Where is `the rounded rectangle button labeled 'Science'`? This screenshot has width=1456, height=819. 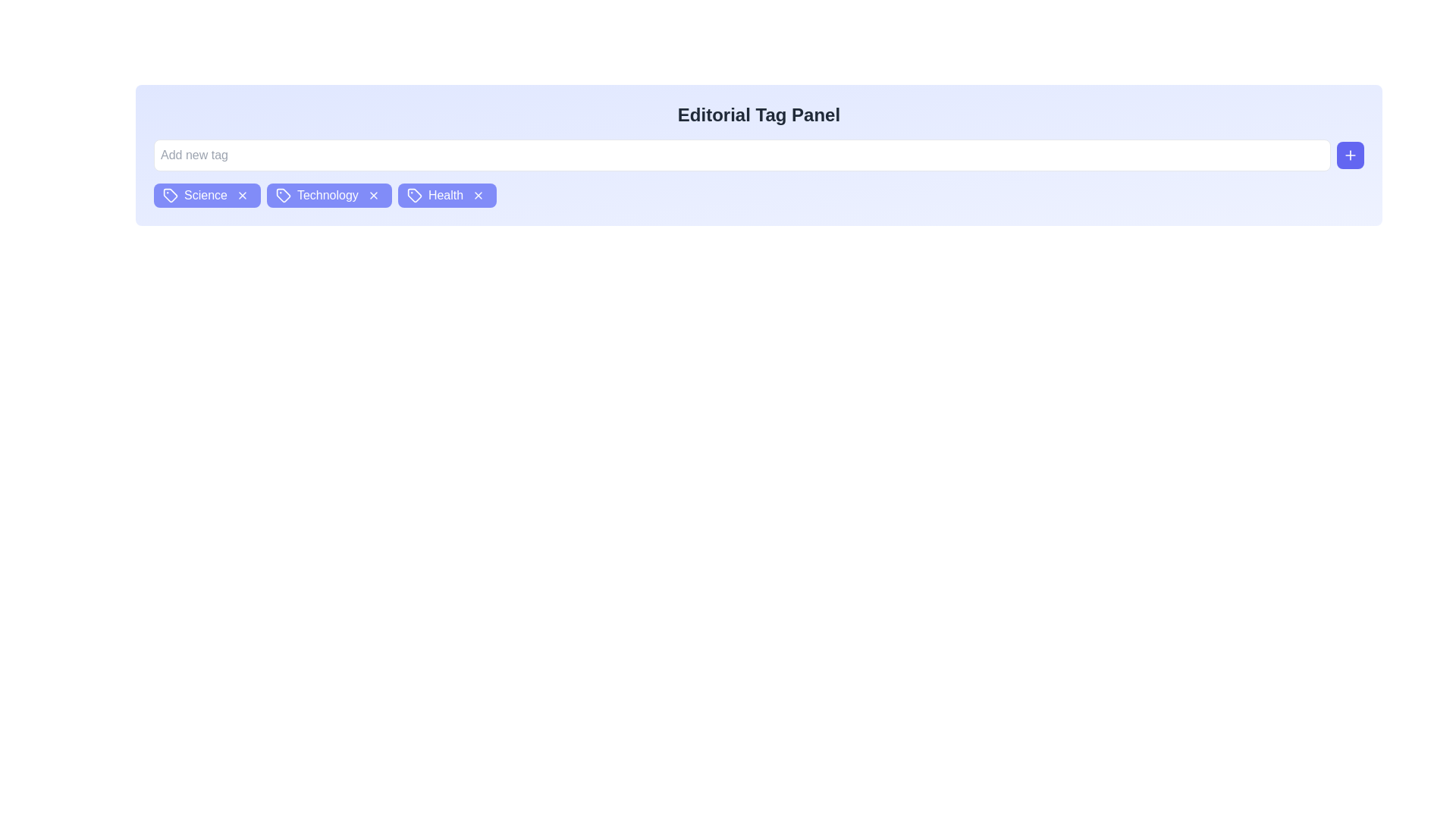 the rounded rectangle button labeled 'Science' is located at coordinates (206, 195).